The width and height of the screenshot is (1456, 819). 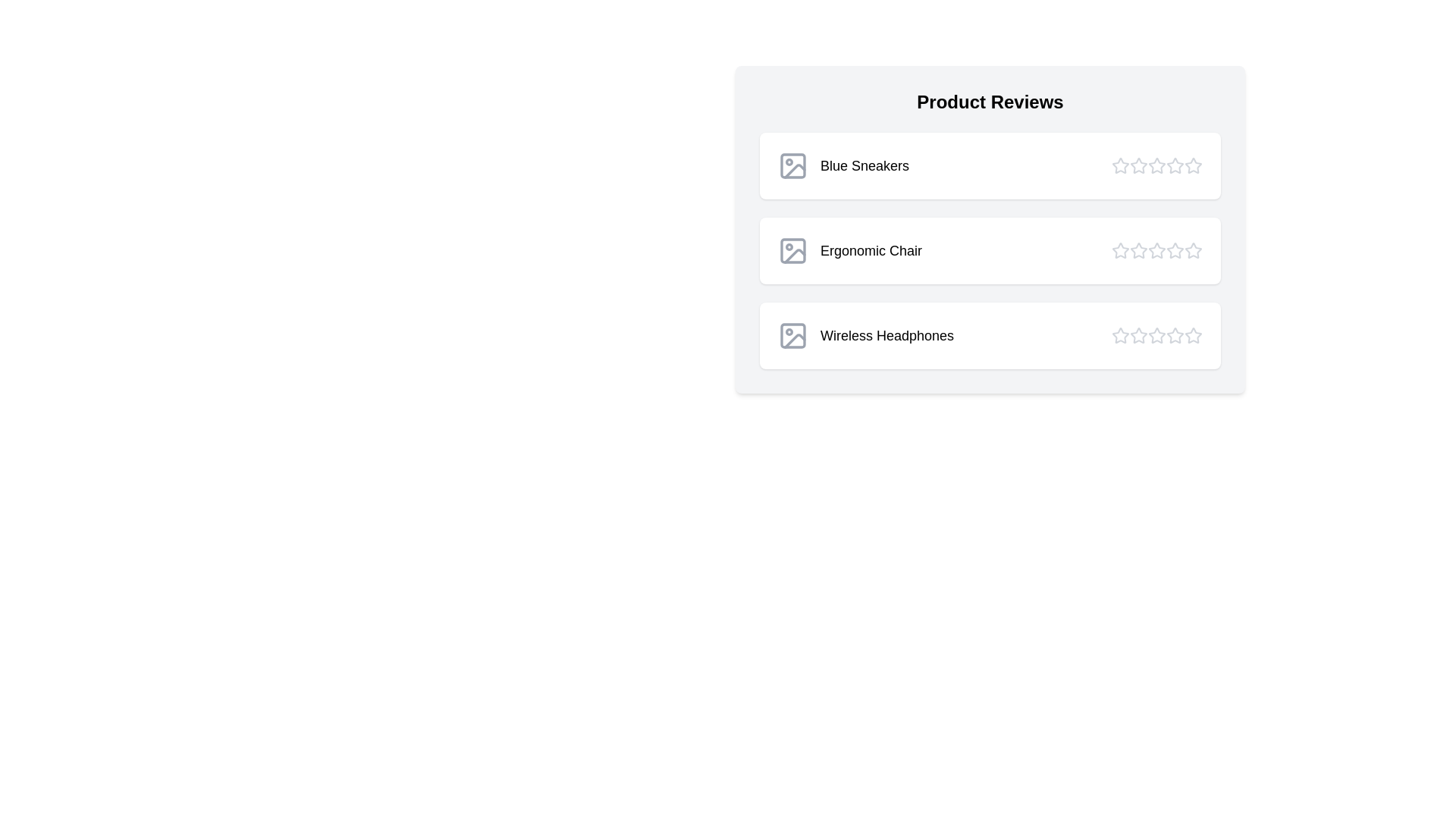 I want to click on the star corresponding to 5 stars for the product Ergonomic Chair, so click(x=1193, y=250).